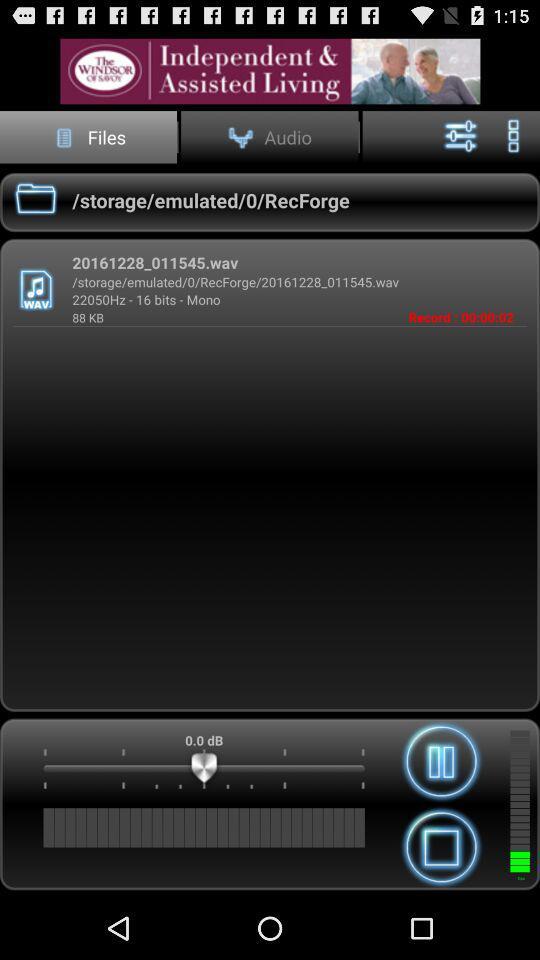  Describe the element at coordinates (270, 71) in the screenshot. I see `share the article` at that location.